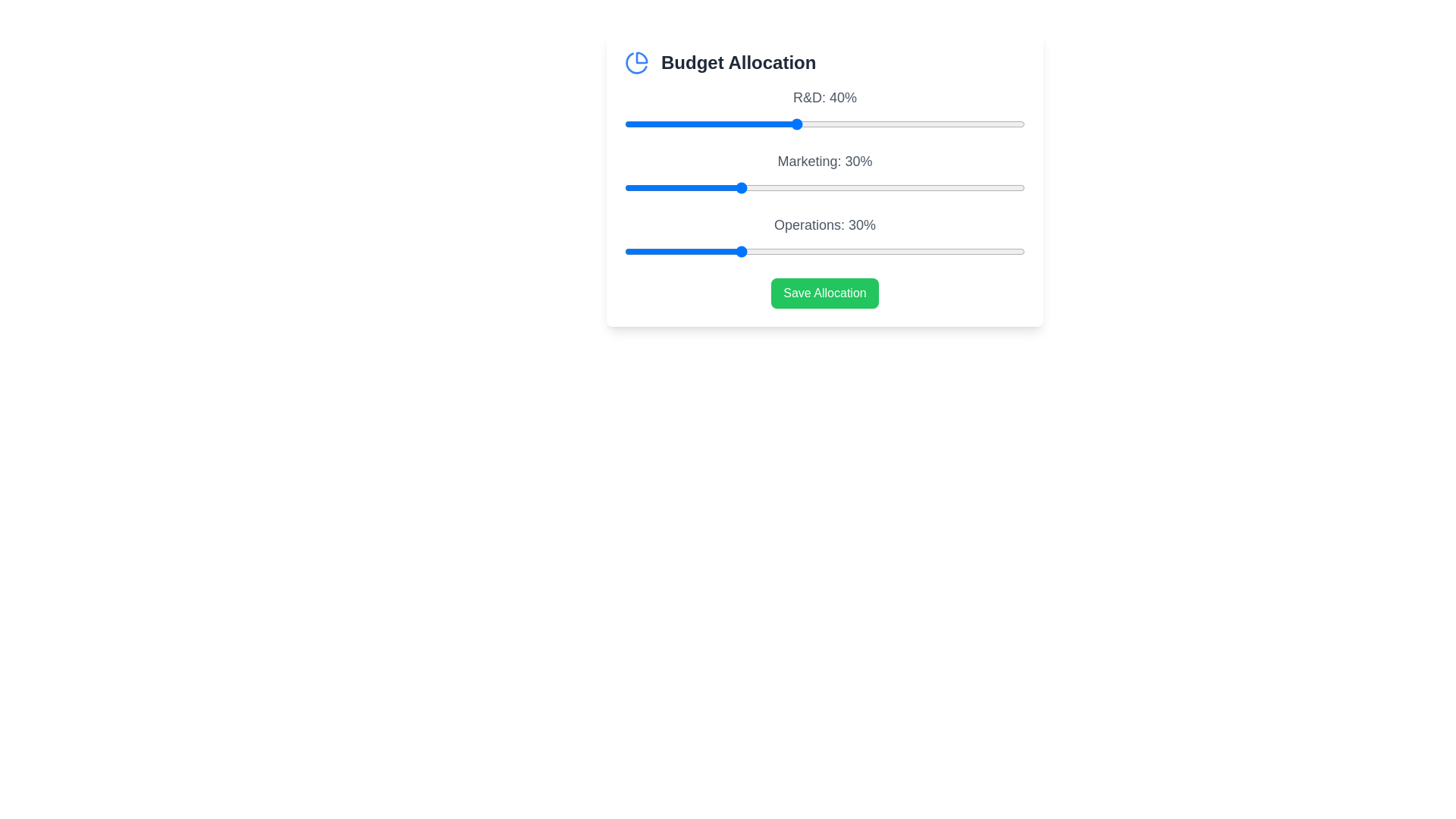 The image size is (1456, 819). I want to click on the 'Marketing' slider to allocate 39% budget, so click(789, 187).